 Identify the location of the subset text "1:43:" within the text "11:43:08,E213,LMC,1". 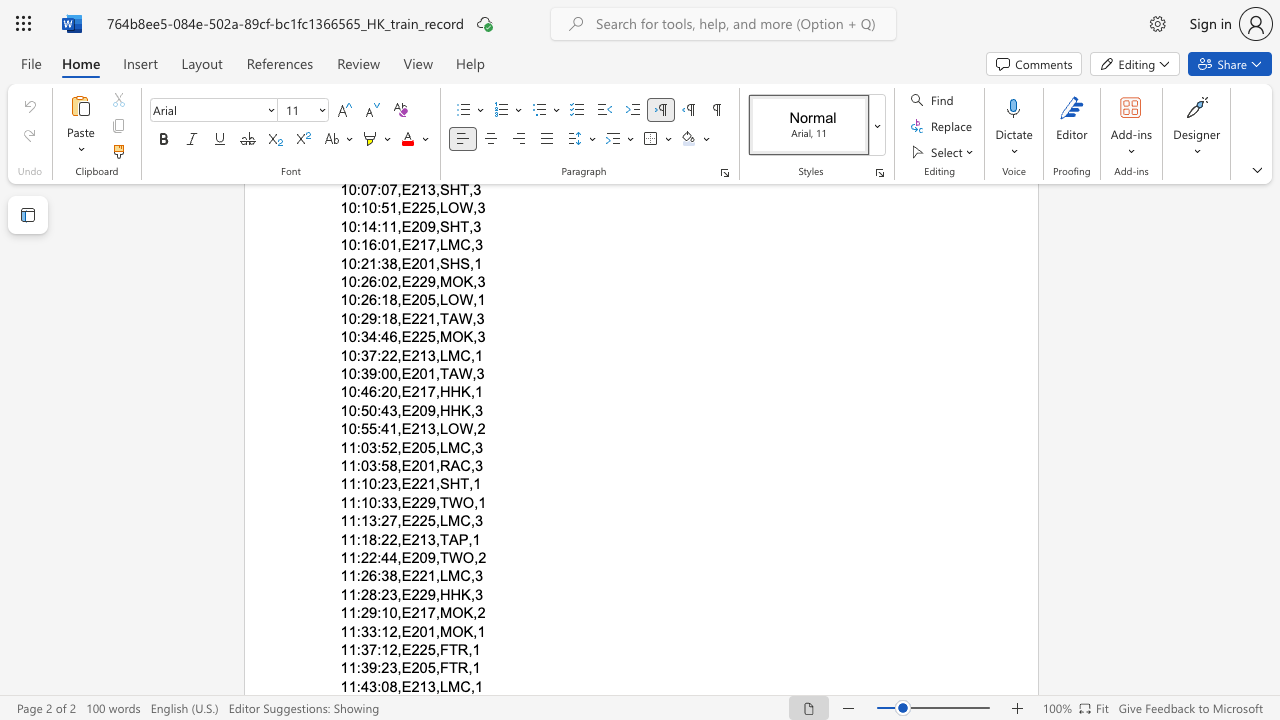
(348, 685).